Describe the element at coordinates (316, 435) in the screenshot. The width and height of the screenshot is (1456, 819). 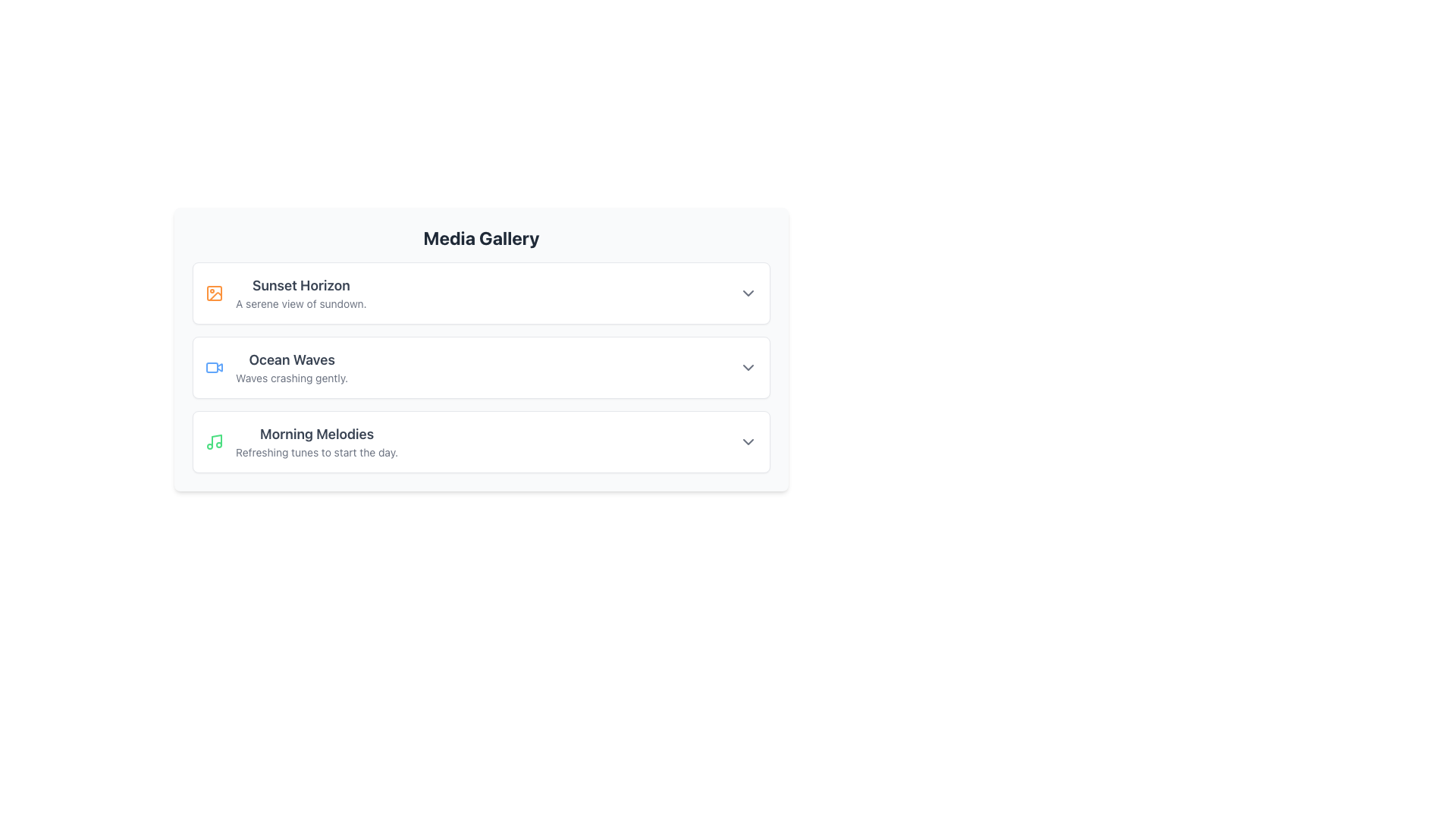
I see `the static text label 'Morning Melodies' which is styled with a larger font size and bold weight, positioned above the subtitle and aligned with a green music icon` at that location.